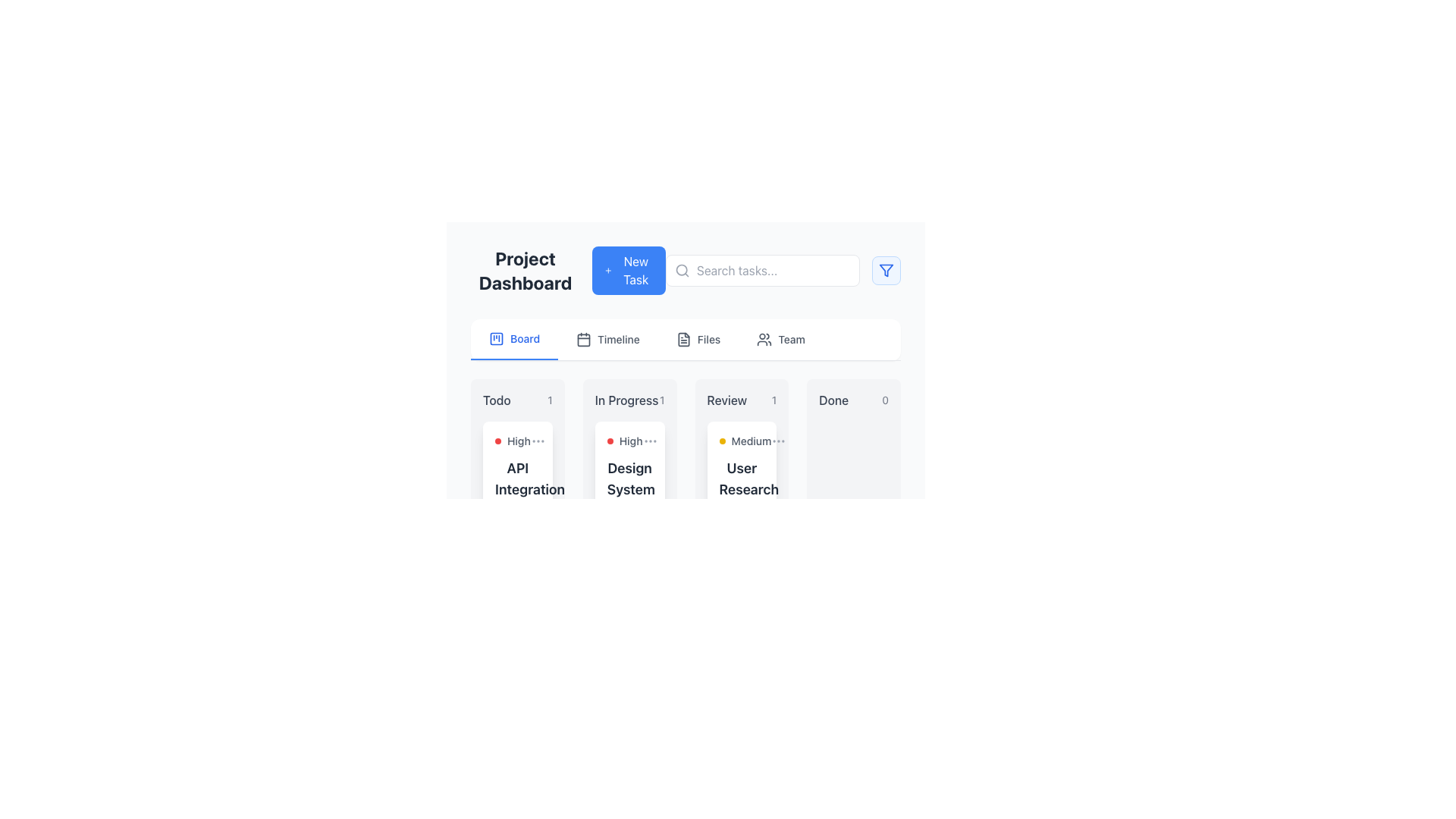 The width and height of the screenshot is (1456, 819). I want to click on the blue button containing the 'New Task' text label, which is located in the top central area of the interface, next to a '+' symbol, so click(635, 270).